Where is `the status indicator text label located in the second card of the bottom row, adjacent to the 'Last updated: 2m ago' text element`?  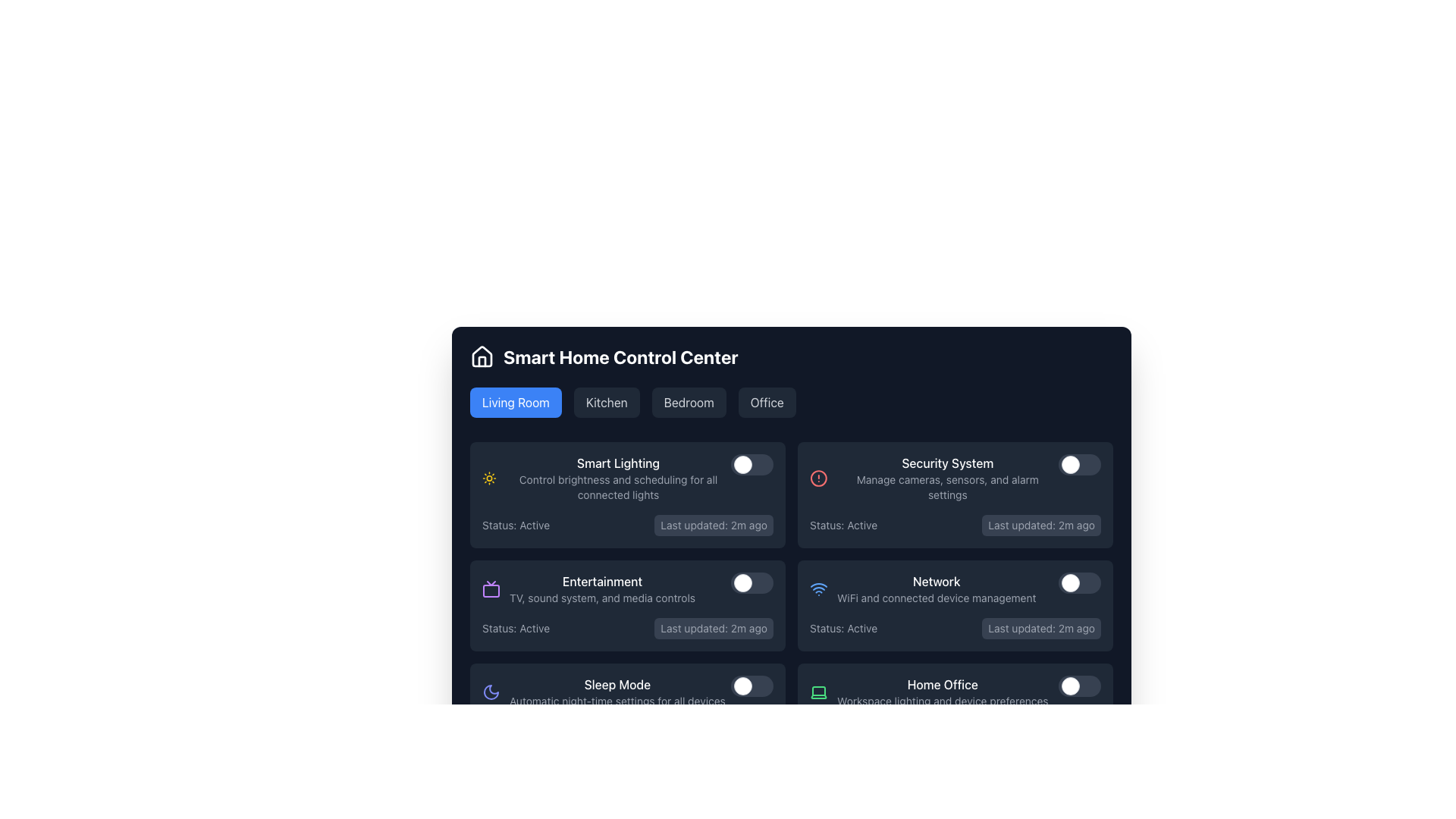 the status indicator text label located in the second card of the bottom row, adjacent to the 'Last updated: 2m ago' text element is located at coordinates (843, 629).